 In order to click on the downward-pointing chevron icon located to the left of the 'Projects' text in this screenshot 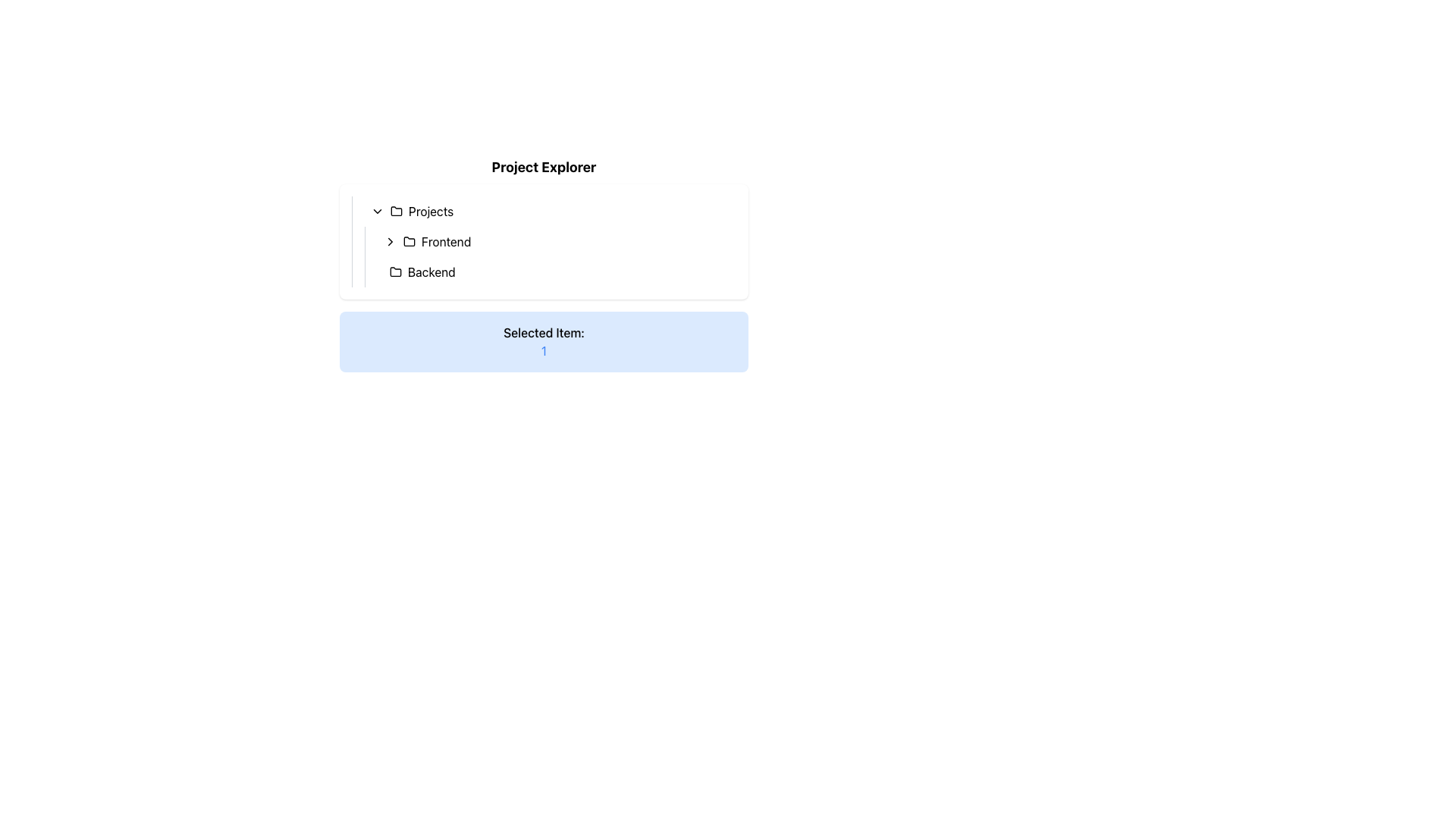, I will do `click(378, 211)`.